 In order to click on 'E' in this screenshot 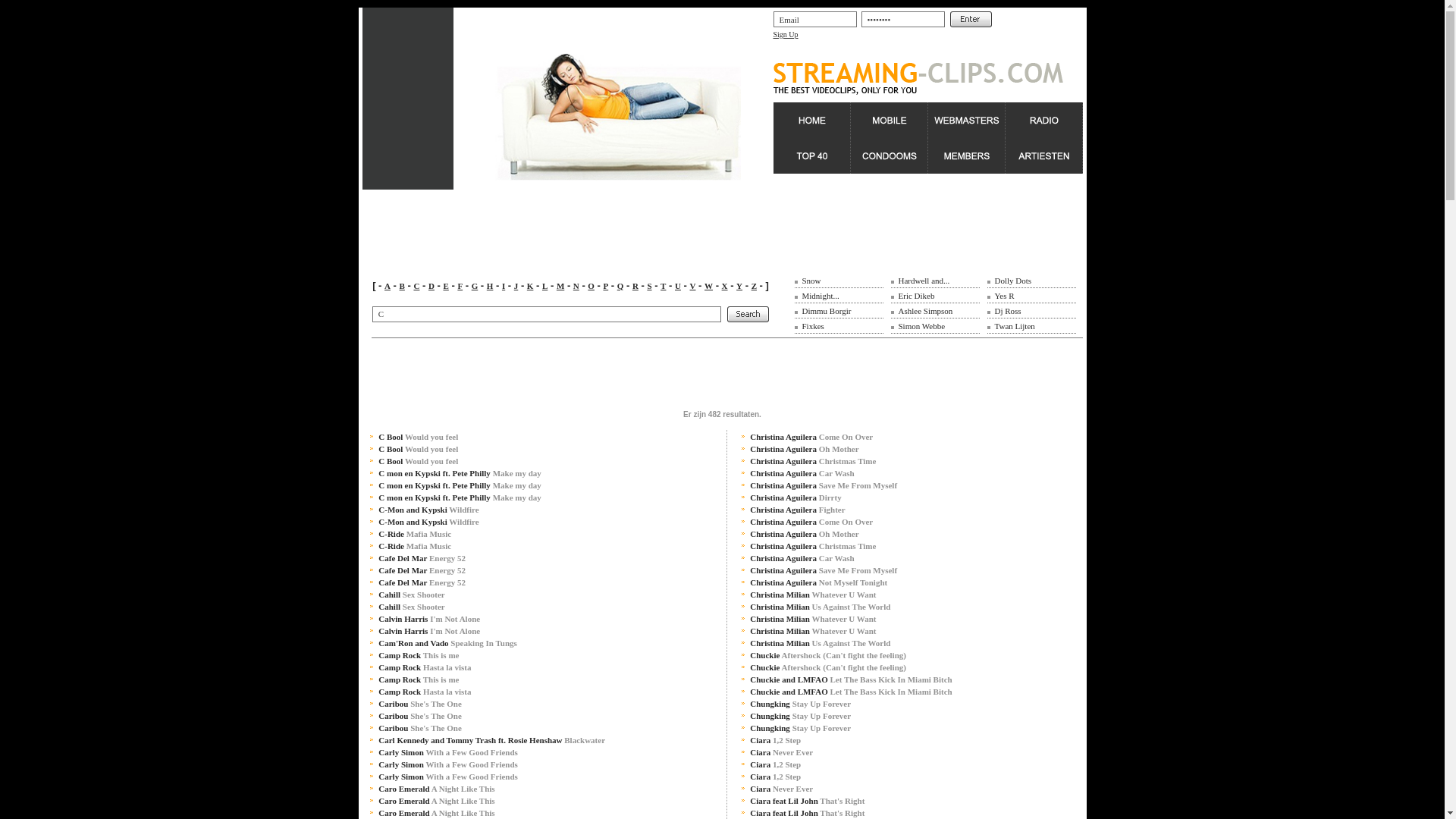, I will do `click(444, 286)`.